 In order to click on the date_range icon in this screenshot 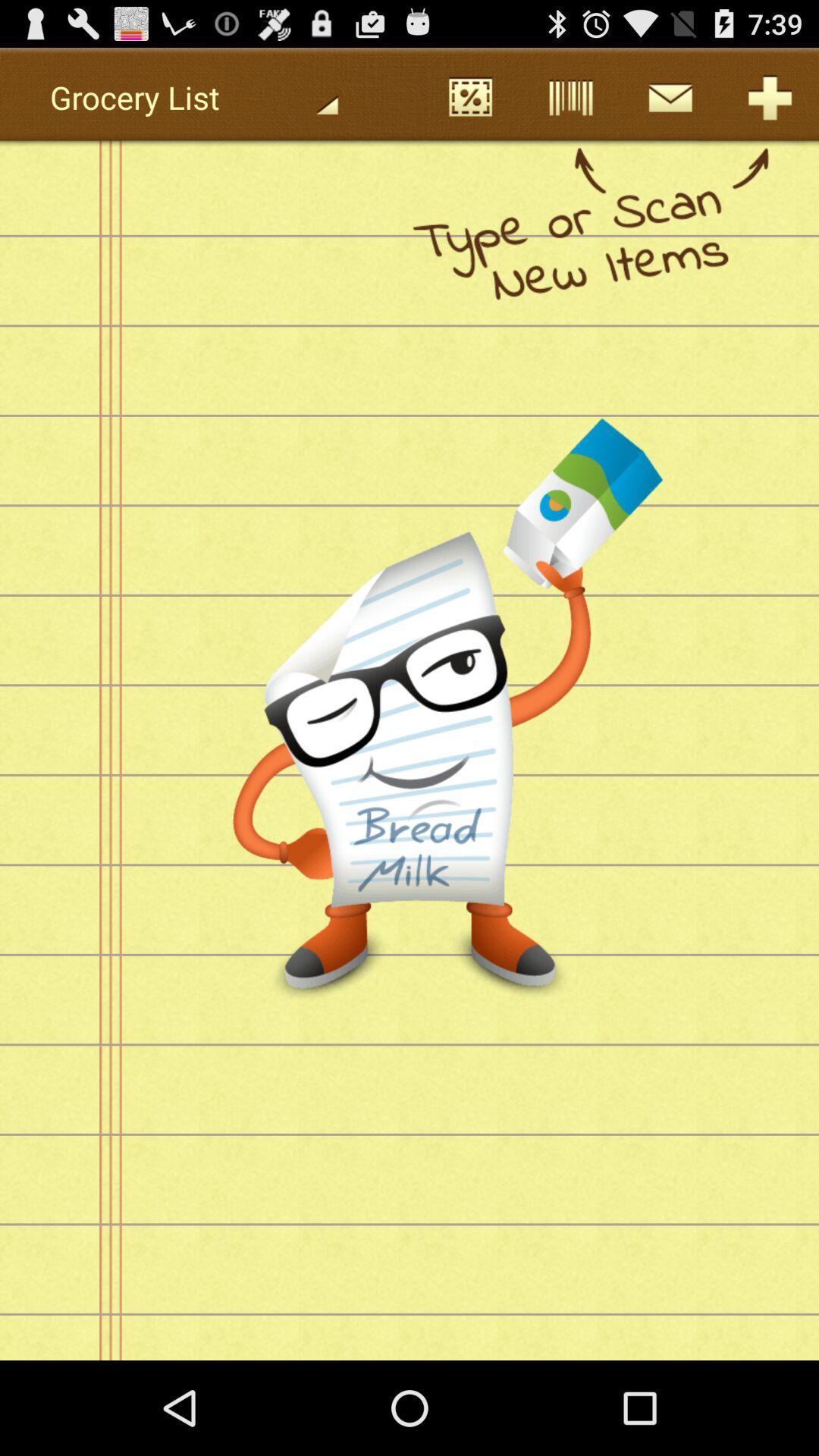, I will do `click(469, 103)`.